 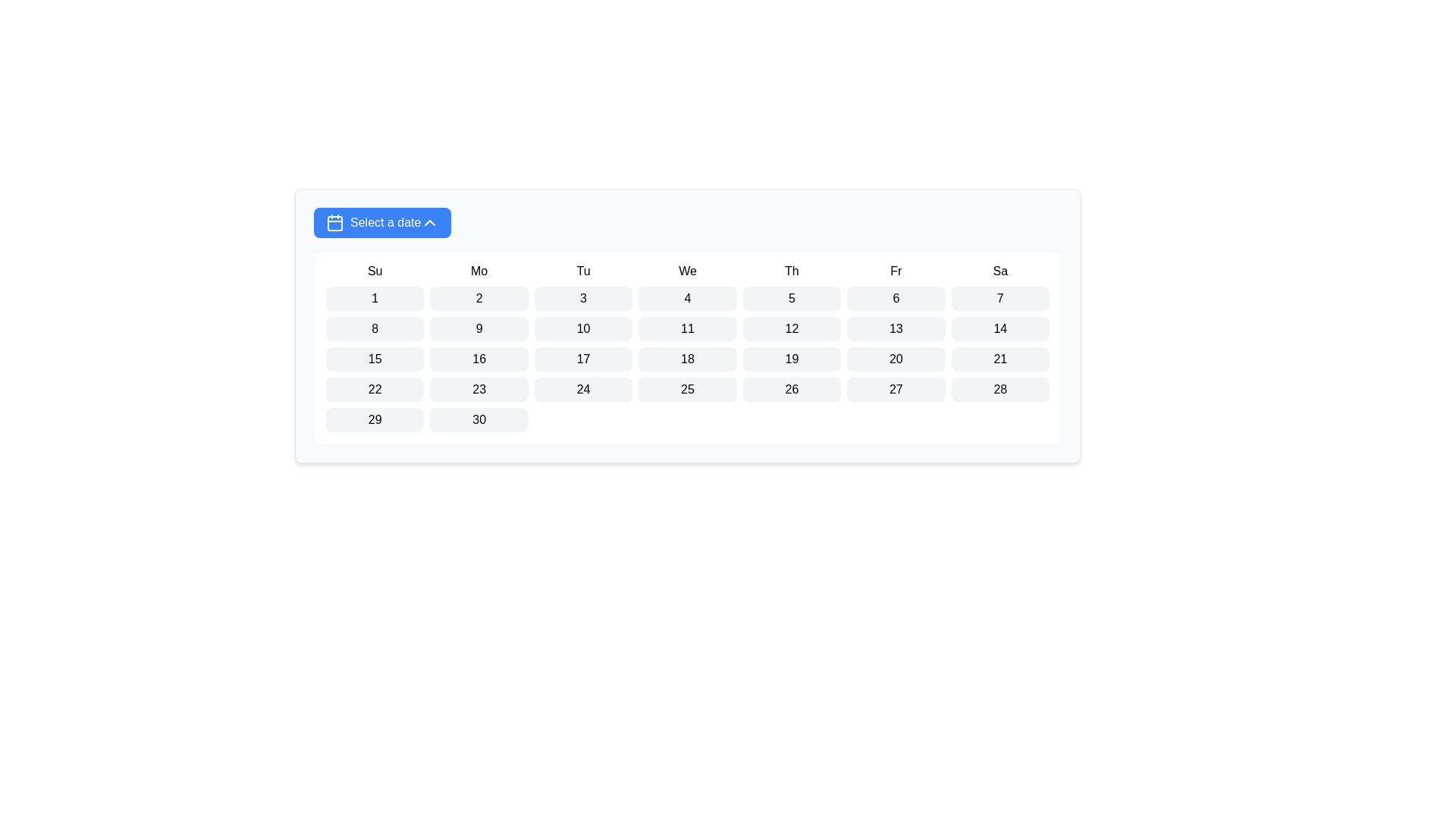 What do you see at coordinates (375, 271) in the screenshot?
I see `the static text label displaying 'Su', which is the first item in the horizontal list of days of the week in the calendar header` at bounding box center [375, 271].